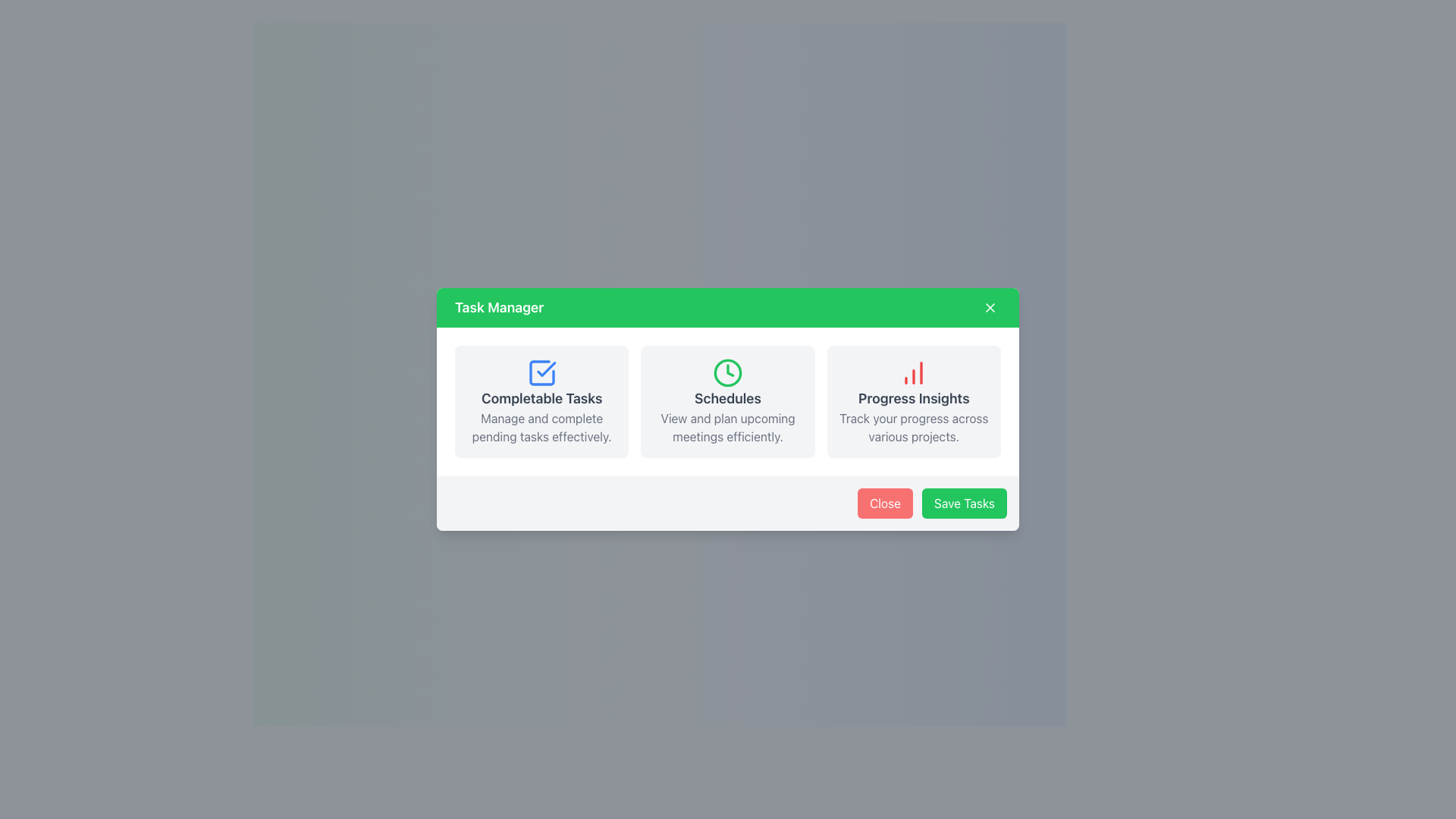  What do you see at coordinates (913, 427) in the screenshot?
I see `the light-gray text label reading 'Track your progress across various projects' located beneath the title 'Progress Insights' in the 'Progress Insights' panel` at bounding box center [913, 427].